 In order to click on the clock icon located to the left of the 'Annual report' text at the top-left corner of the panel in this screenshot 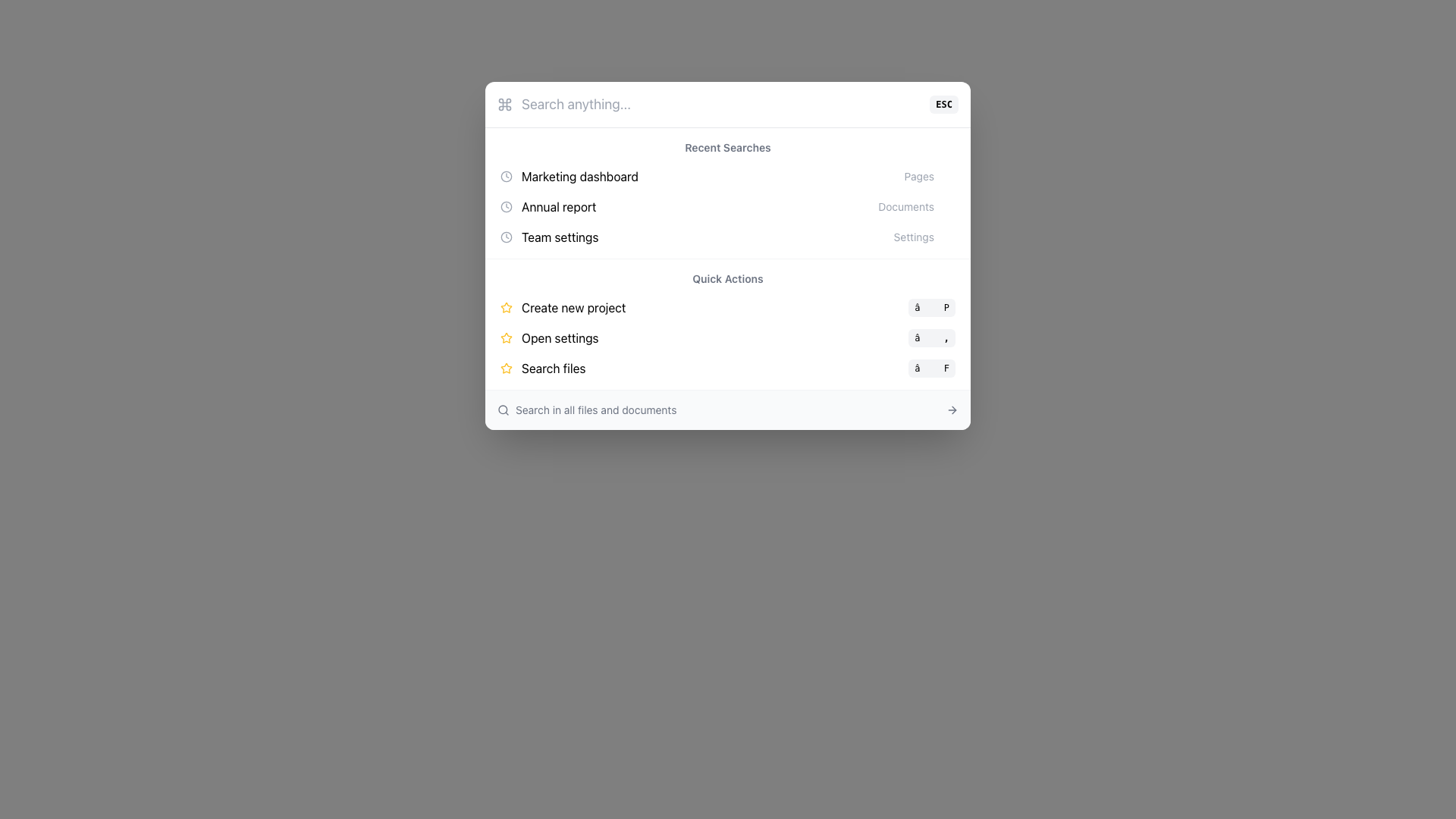, I will do `click(506, 207)`.